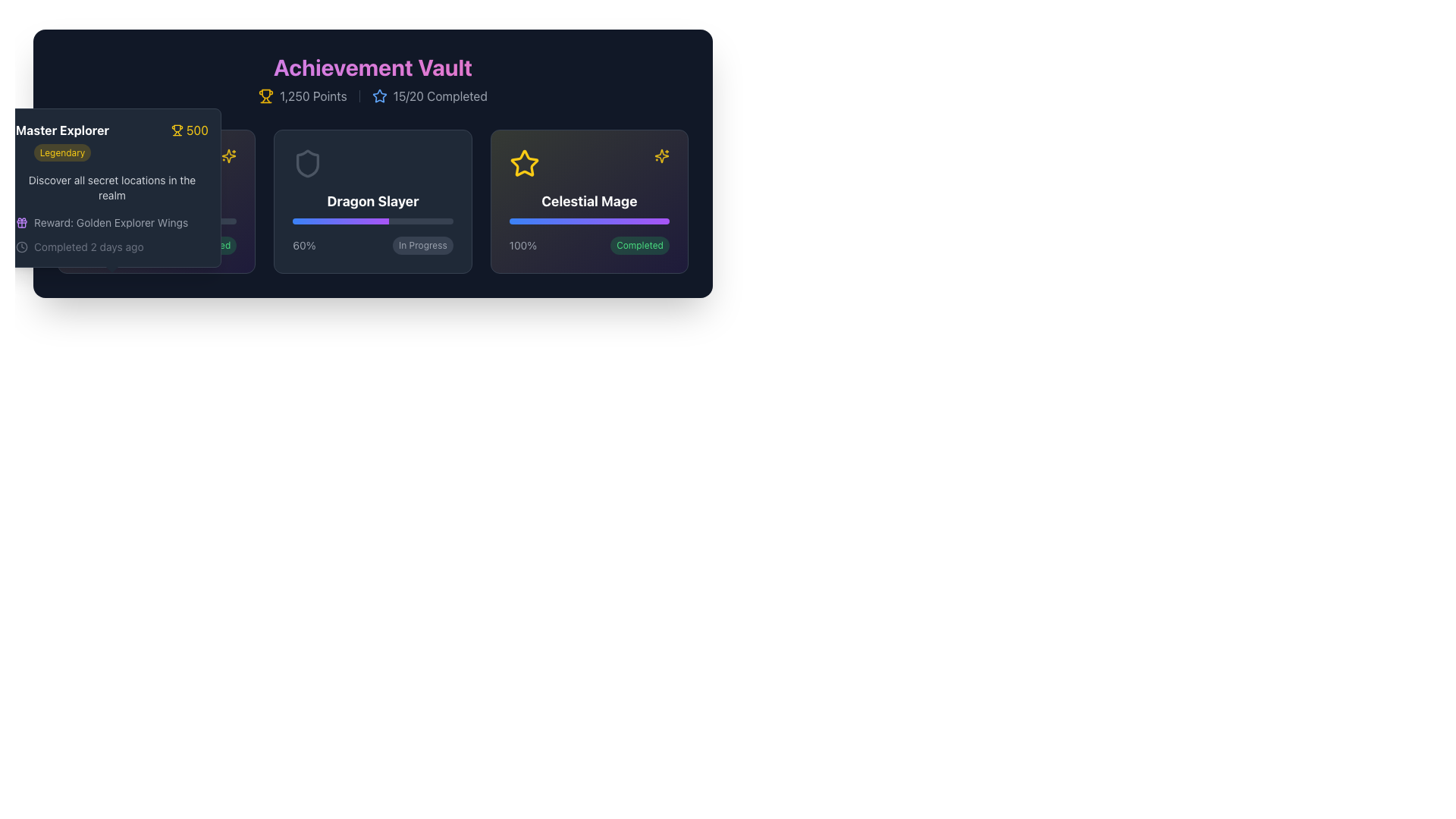 Image resolution: width=1456 pixels, height=819 pixels. I want to click on the 'Dragon Slayer' text label, so click(372, 201).